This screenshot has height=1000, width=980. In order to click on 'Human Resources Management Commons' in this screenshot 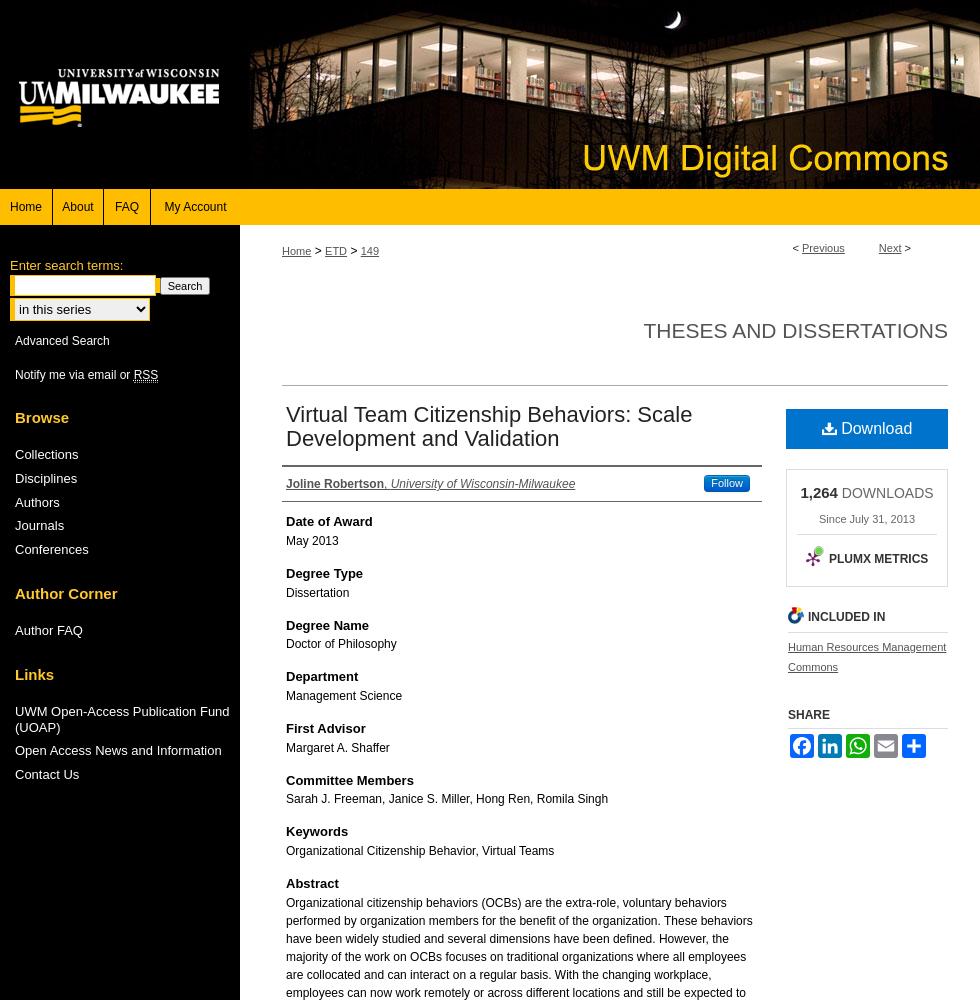, I will do `click(867, 656)`.